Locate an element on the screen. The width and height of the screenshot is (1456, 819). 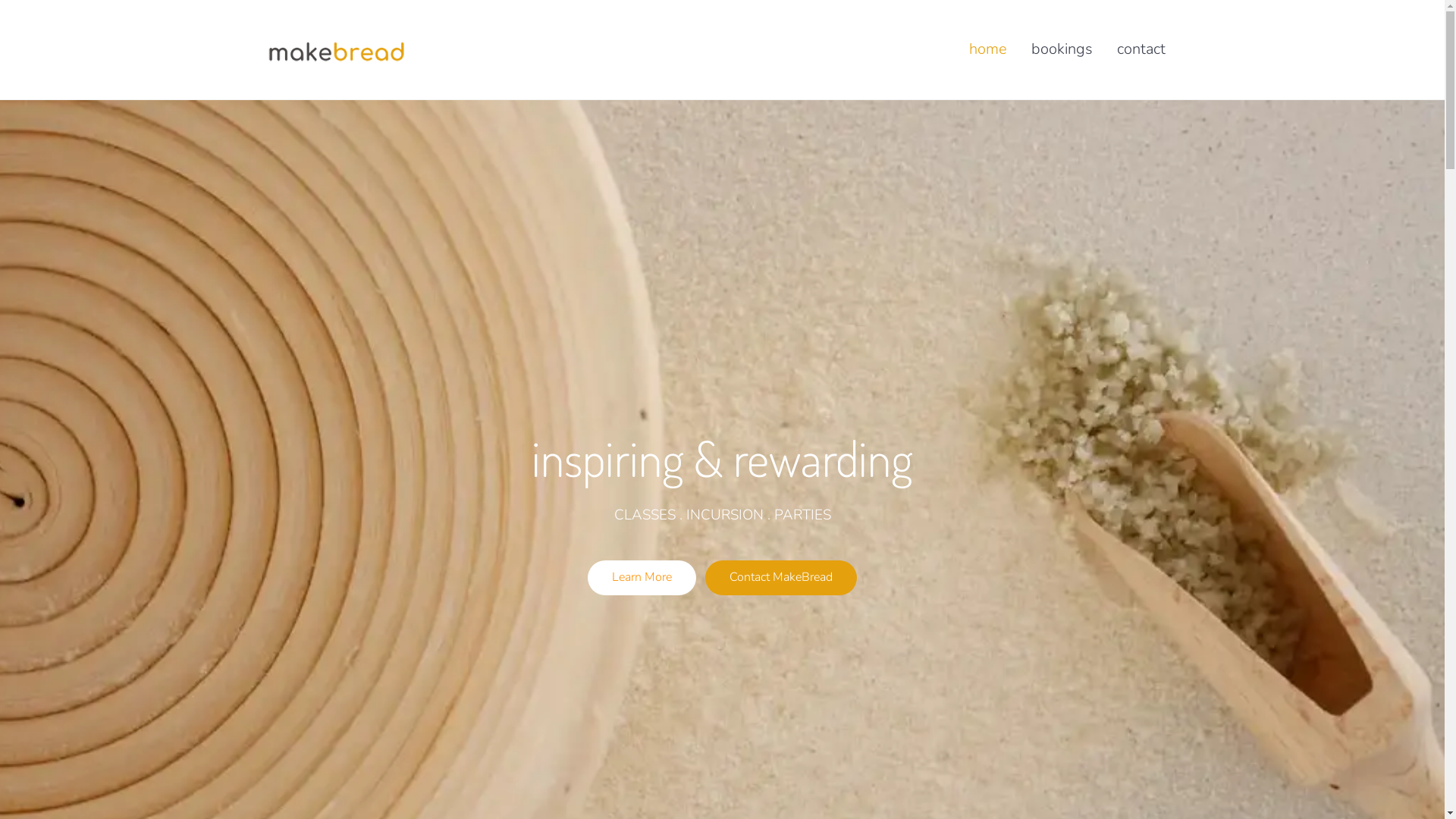
'Learn More' is located at coordinates (642, 578).